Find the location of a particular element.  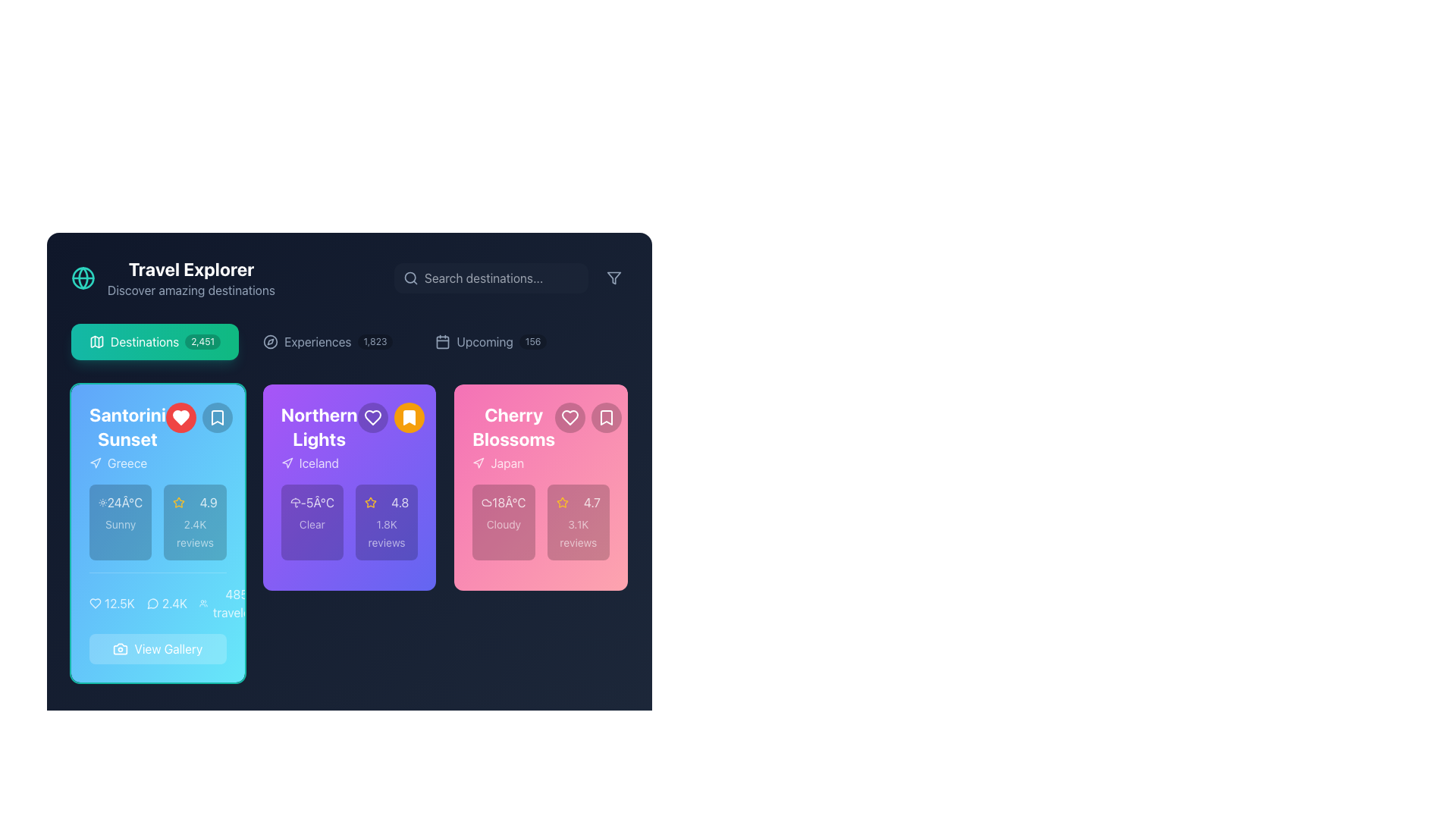

the filter icon represented by a funnel shape located at the top-right corner of the user interface is located at coordinates (614, 278).